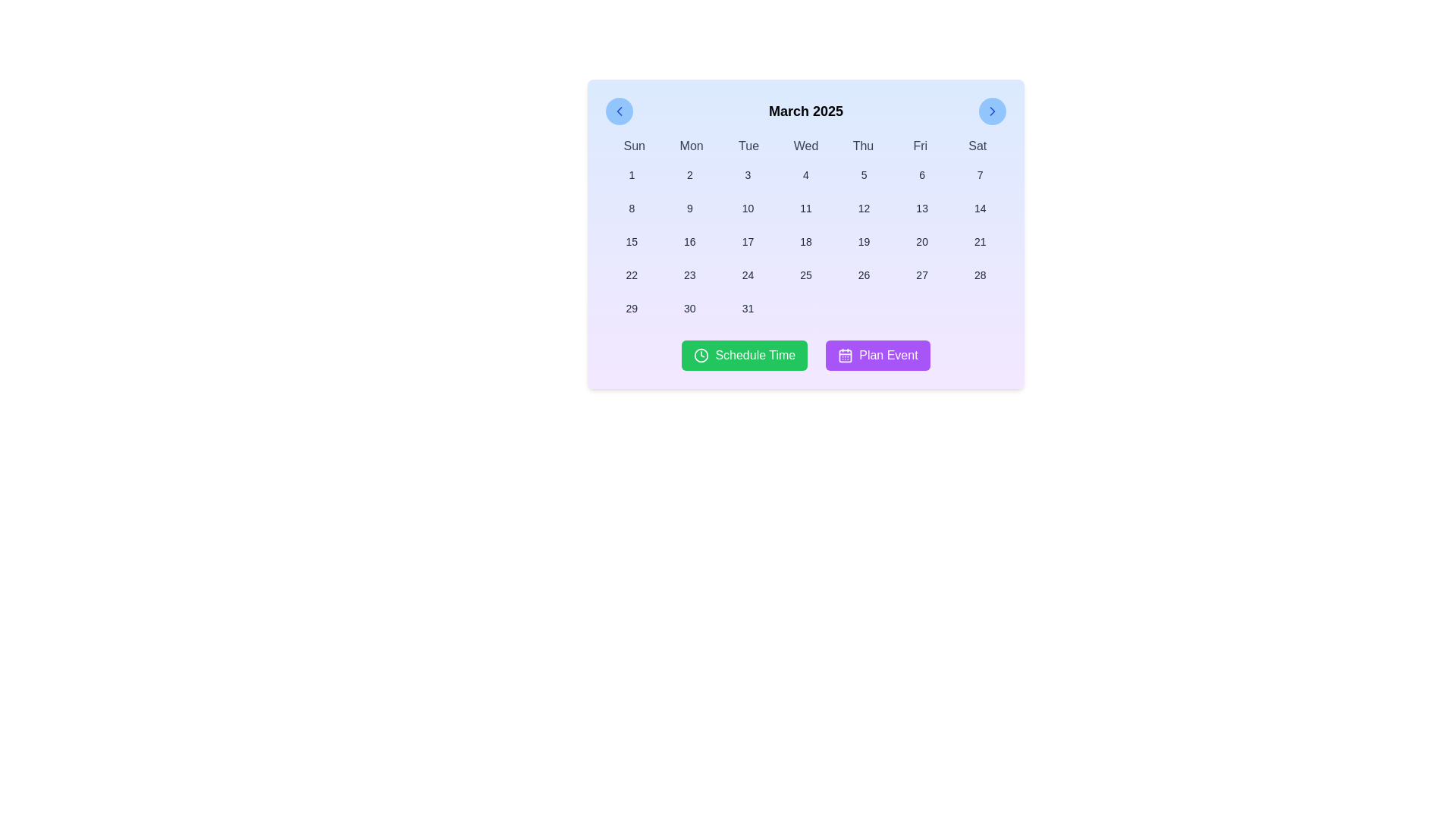 The width and height of the screenshot is (1456, 819). I want to click on the circular outline of the SVG shape representing the 'lucide-clock' icon, located just above the 'Schedule Time' button, so click(701, 356).